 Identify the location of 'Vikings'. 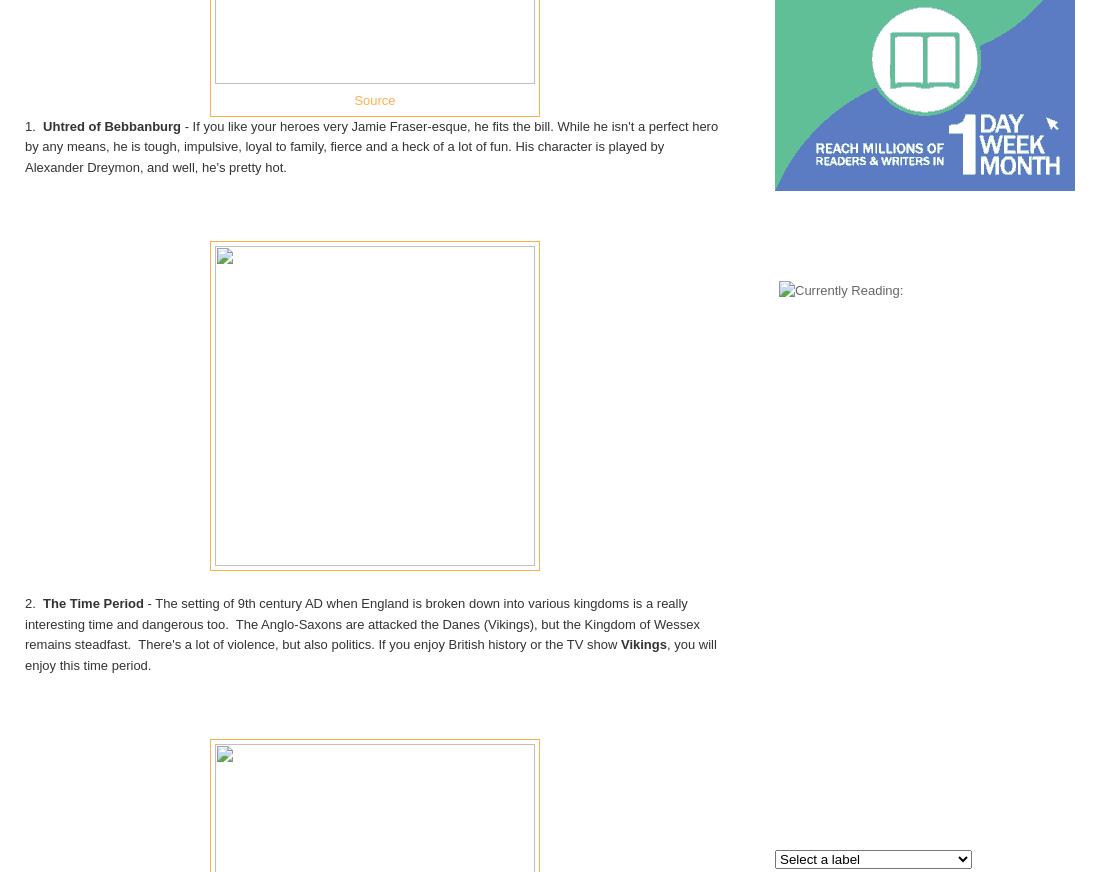
(642, 644).